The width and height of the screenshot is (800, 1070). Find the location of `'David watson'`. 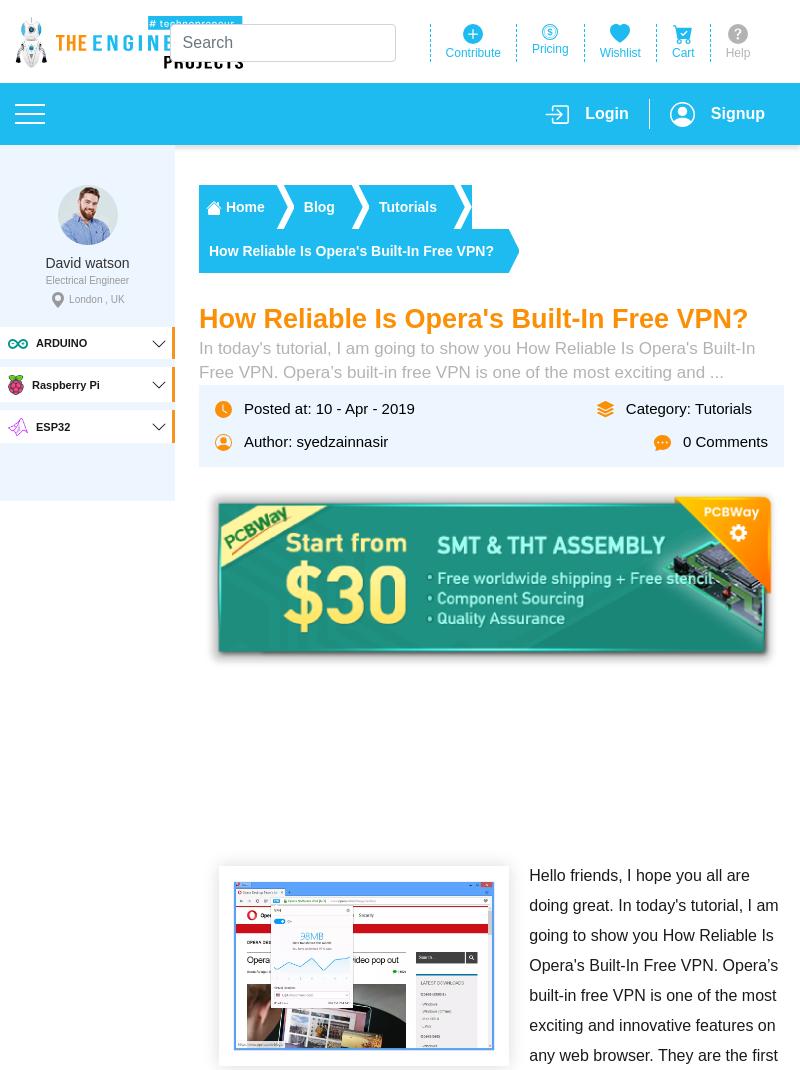

'David watson' is located at coordinates (86, 262).